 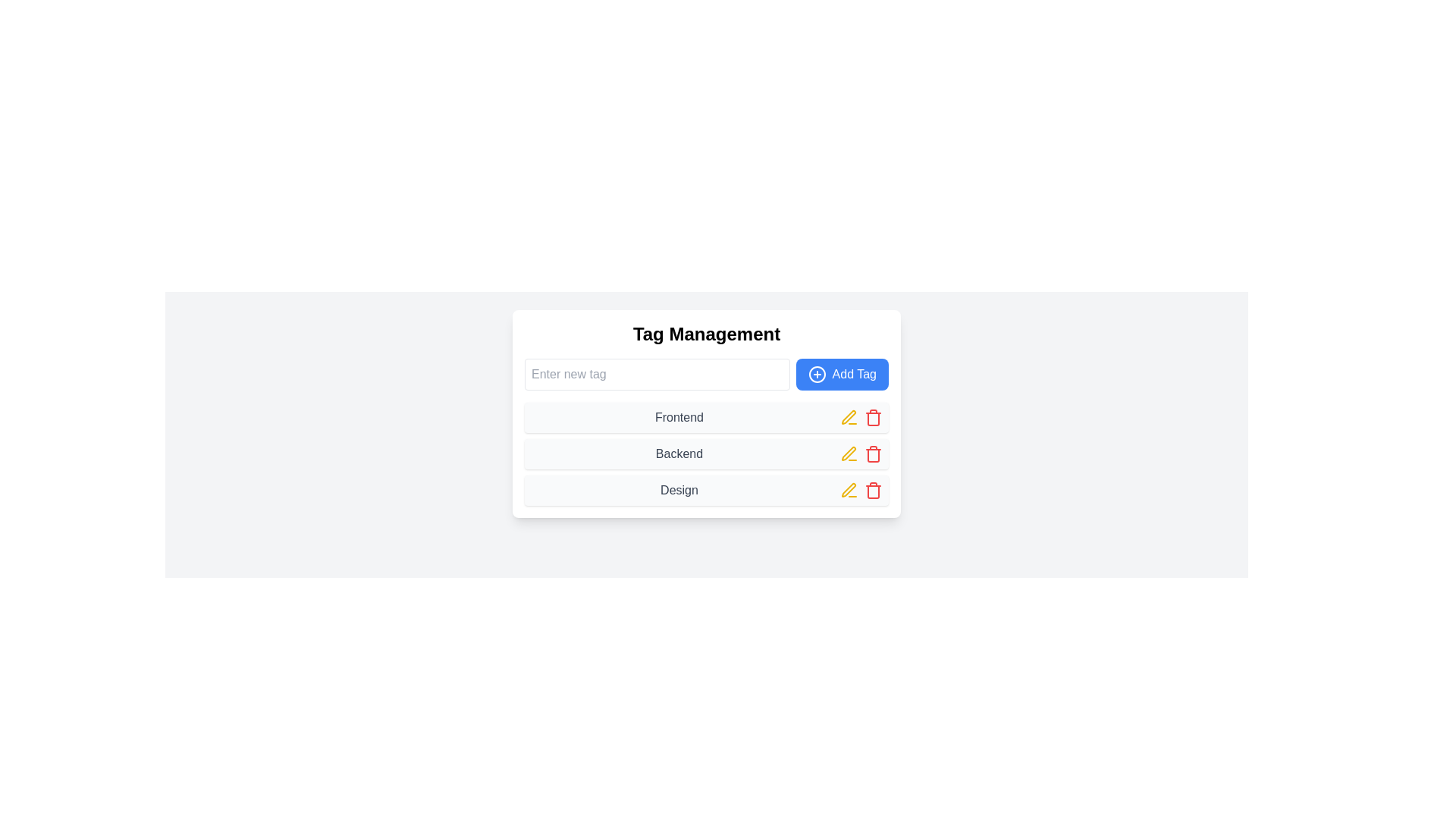 What do you see at coordinates (816, 374) in the screenshot?
I see `the SVG graphic icon representing the 'add' function, located to the left of the blue 'Add Tag' button in the tag management section of the interface` at bounding box center [816, 374].